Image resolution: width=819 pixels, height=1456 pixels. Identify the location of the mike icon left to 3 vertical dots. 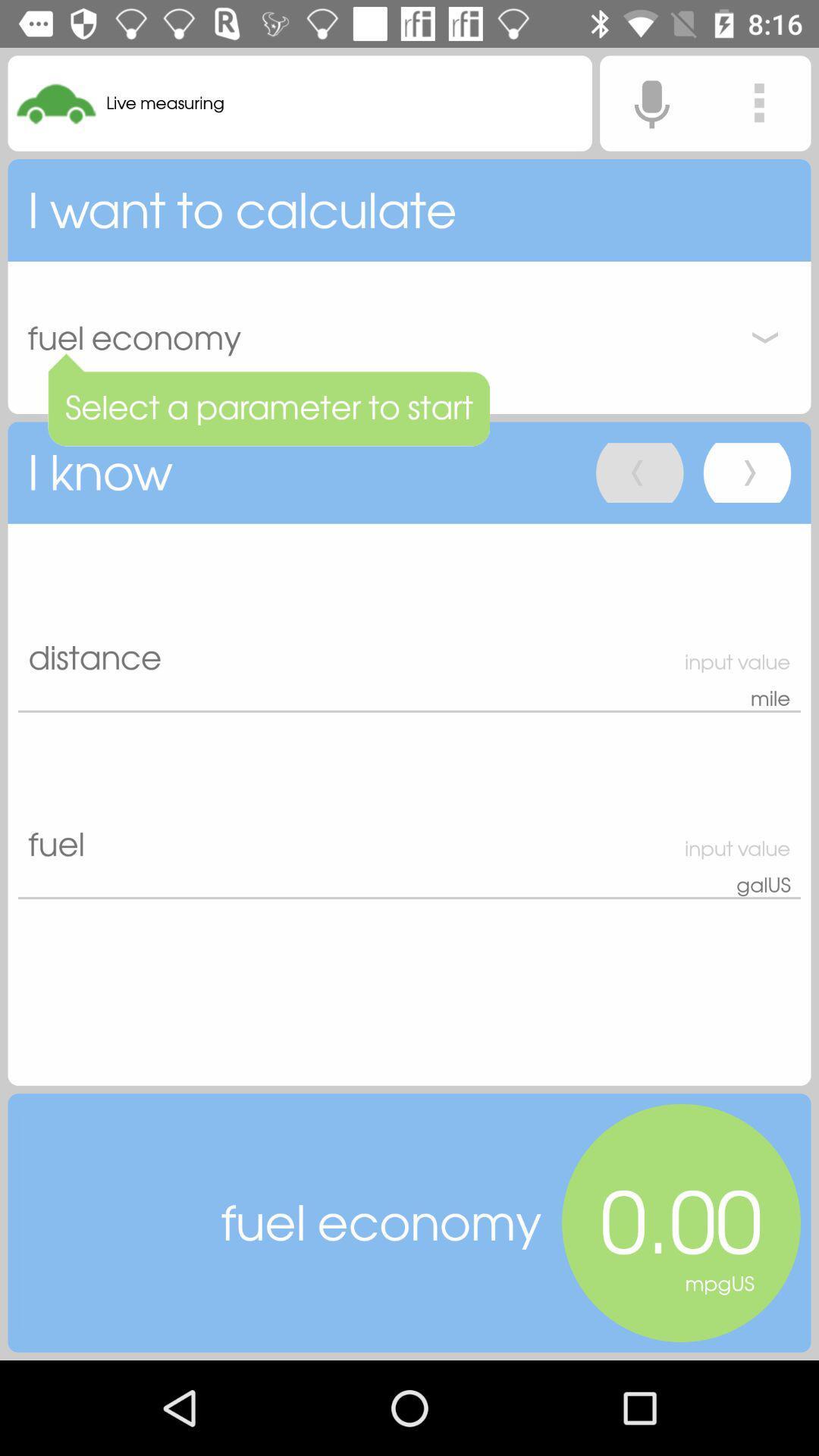
(651, 102).